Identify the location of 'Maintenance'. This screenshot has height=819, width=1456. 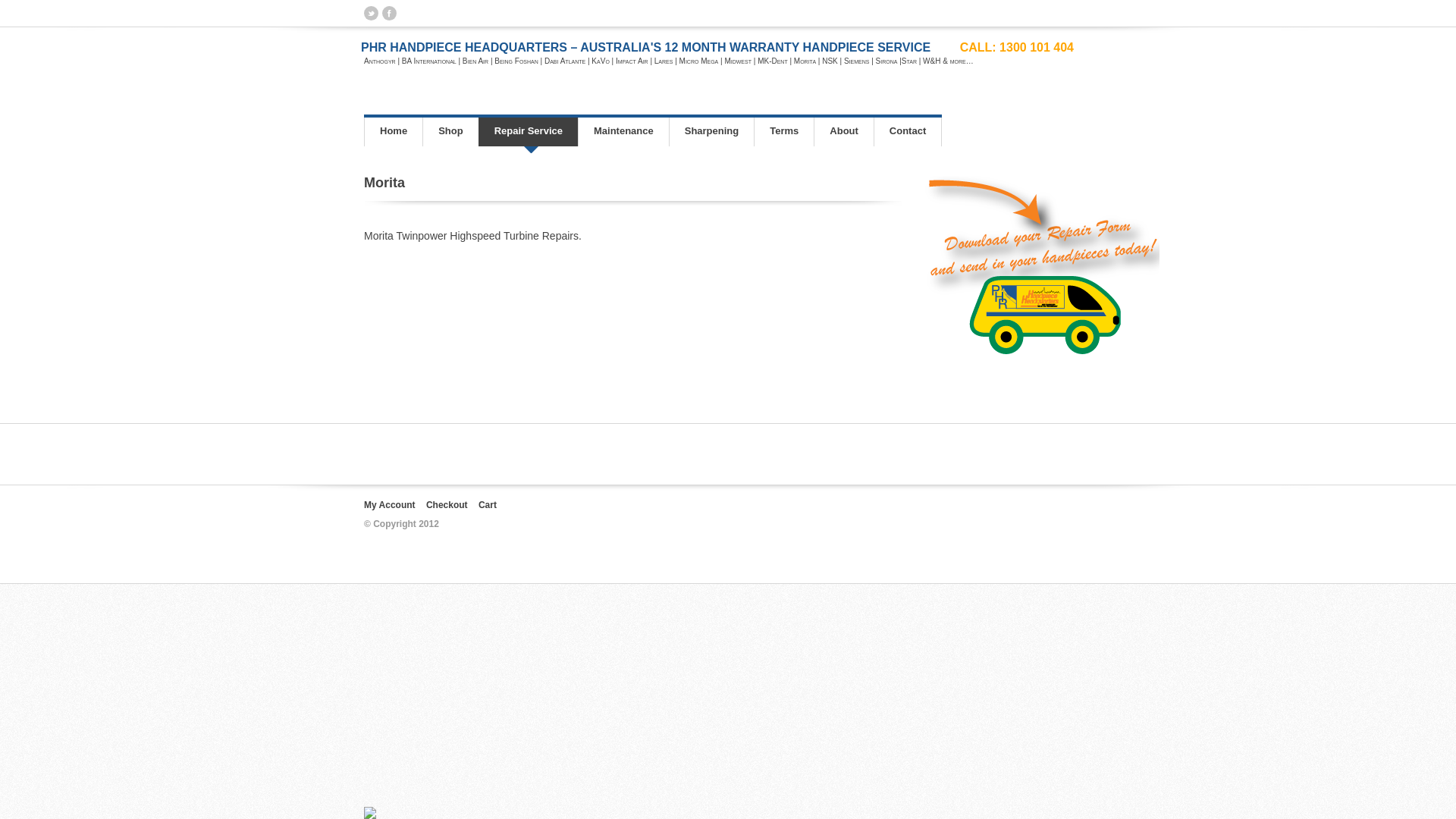
(577, 130).